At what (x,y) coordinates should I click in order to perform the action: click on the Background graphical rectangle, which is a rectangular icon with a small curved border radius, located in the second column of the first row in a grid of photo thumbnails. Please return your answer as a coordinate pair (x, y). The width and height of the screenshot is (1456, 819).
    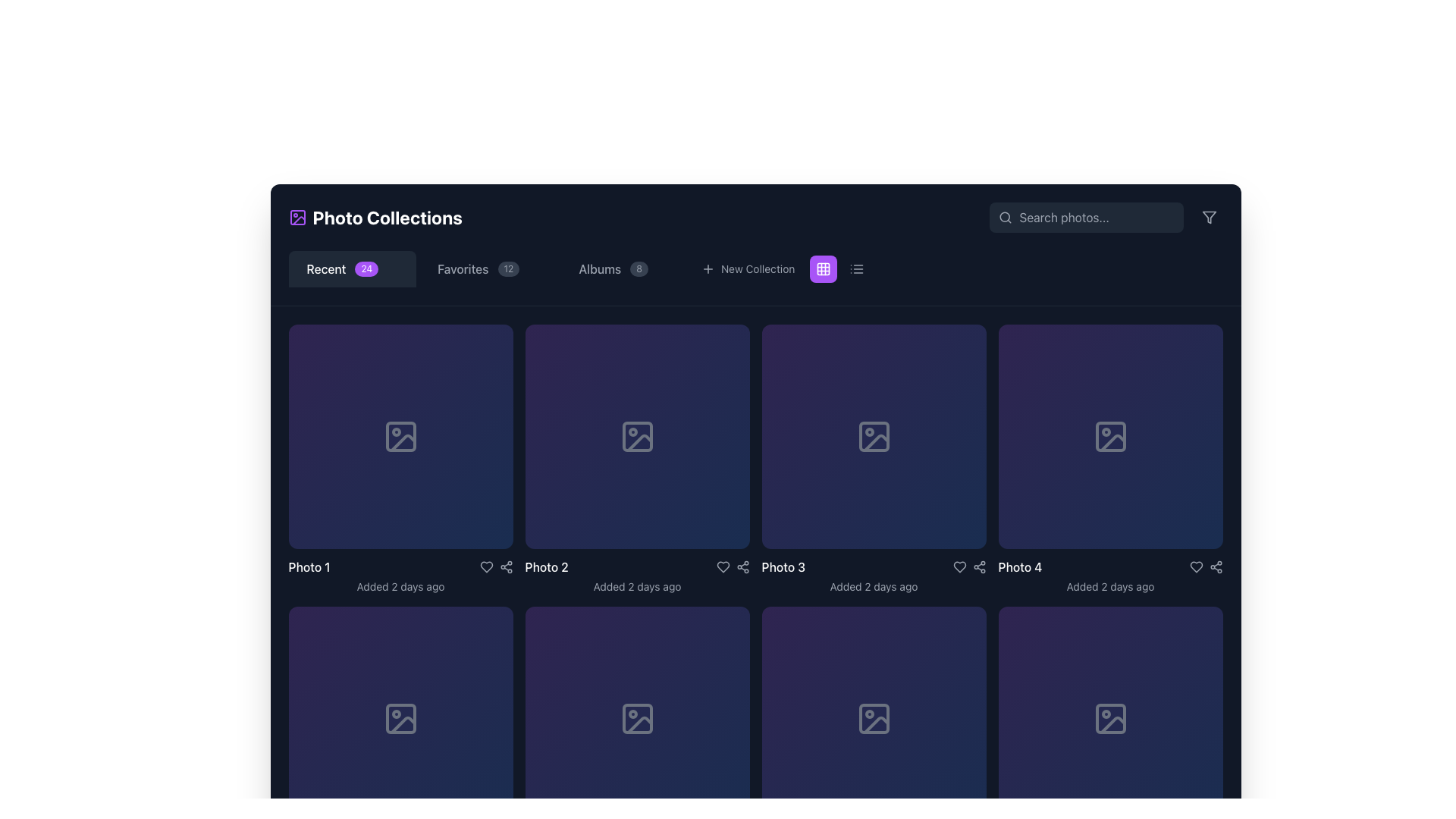
    Looking at the image, I should click on (637, 436).